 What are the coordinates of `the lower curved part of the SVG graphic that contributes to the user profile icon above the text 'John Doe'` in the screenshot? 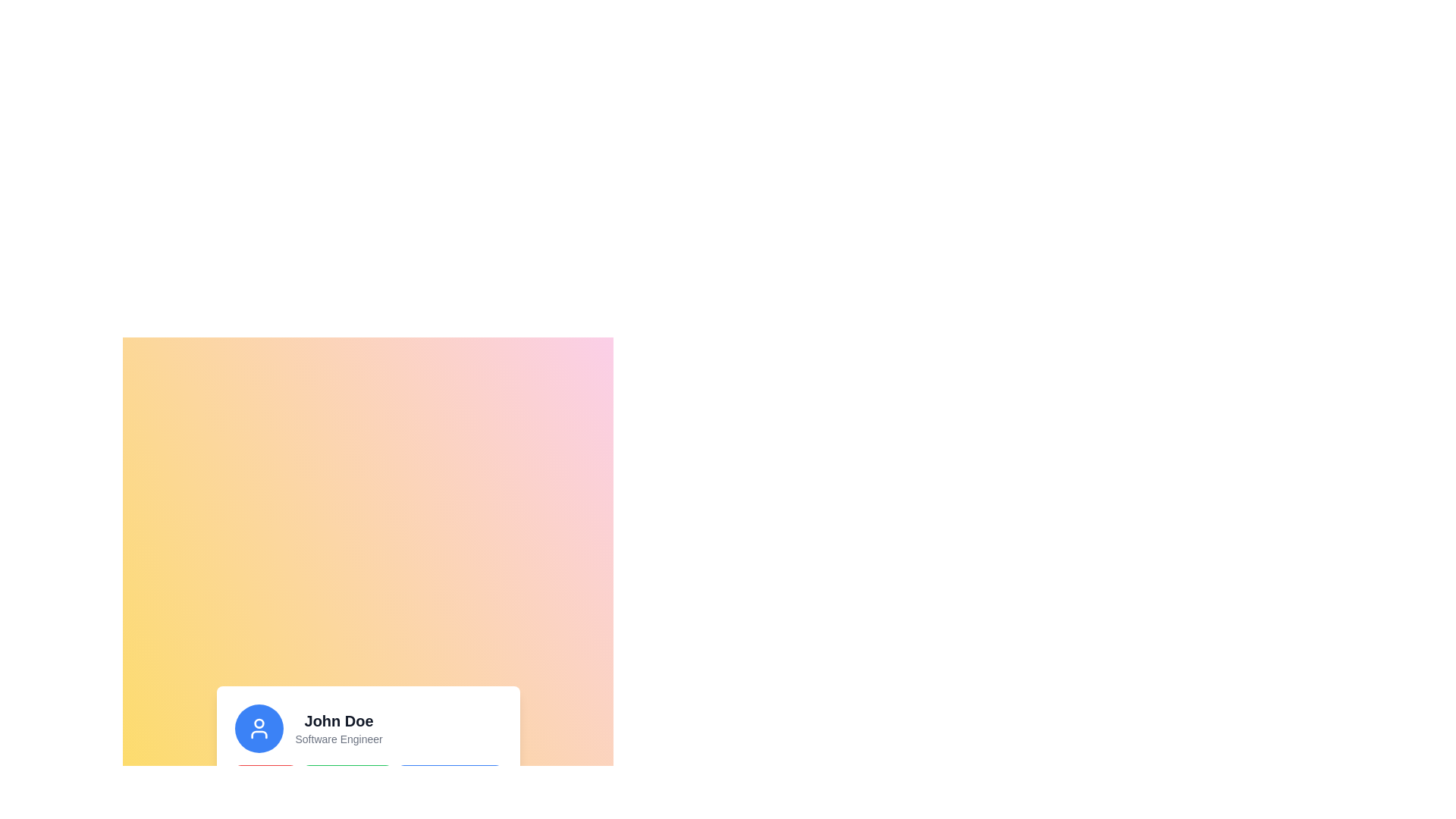 It's located at (259, 733).